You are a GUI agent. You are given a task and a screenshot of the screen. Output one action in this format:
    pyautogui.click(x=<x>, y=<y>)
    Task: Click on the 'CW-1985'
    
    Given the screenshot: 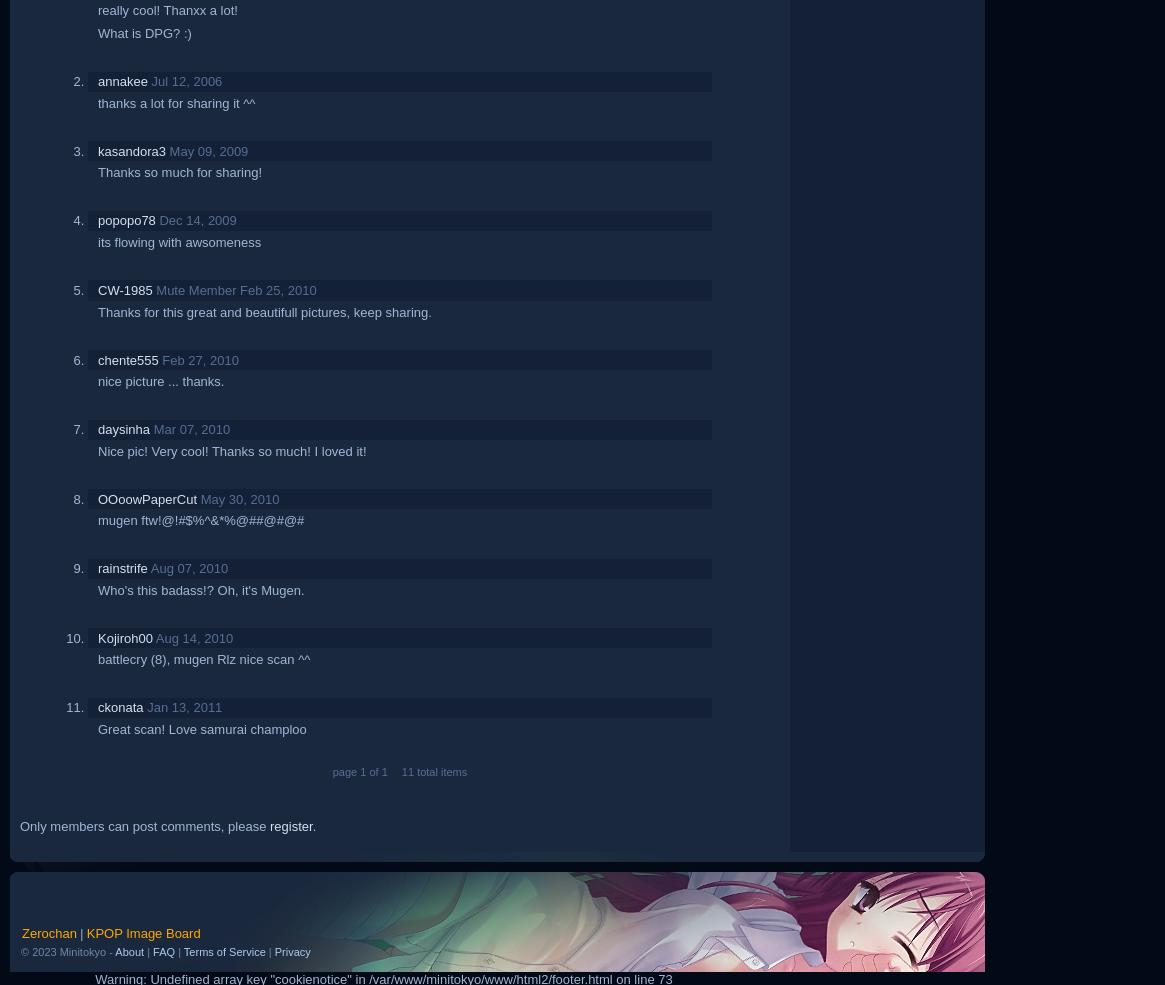 What is the action you would take?
    pyautogui.click(x=125, y=289)
    